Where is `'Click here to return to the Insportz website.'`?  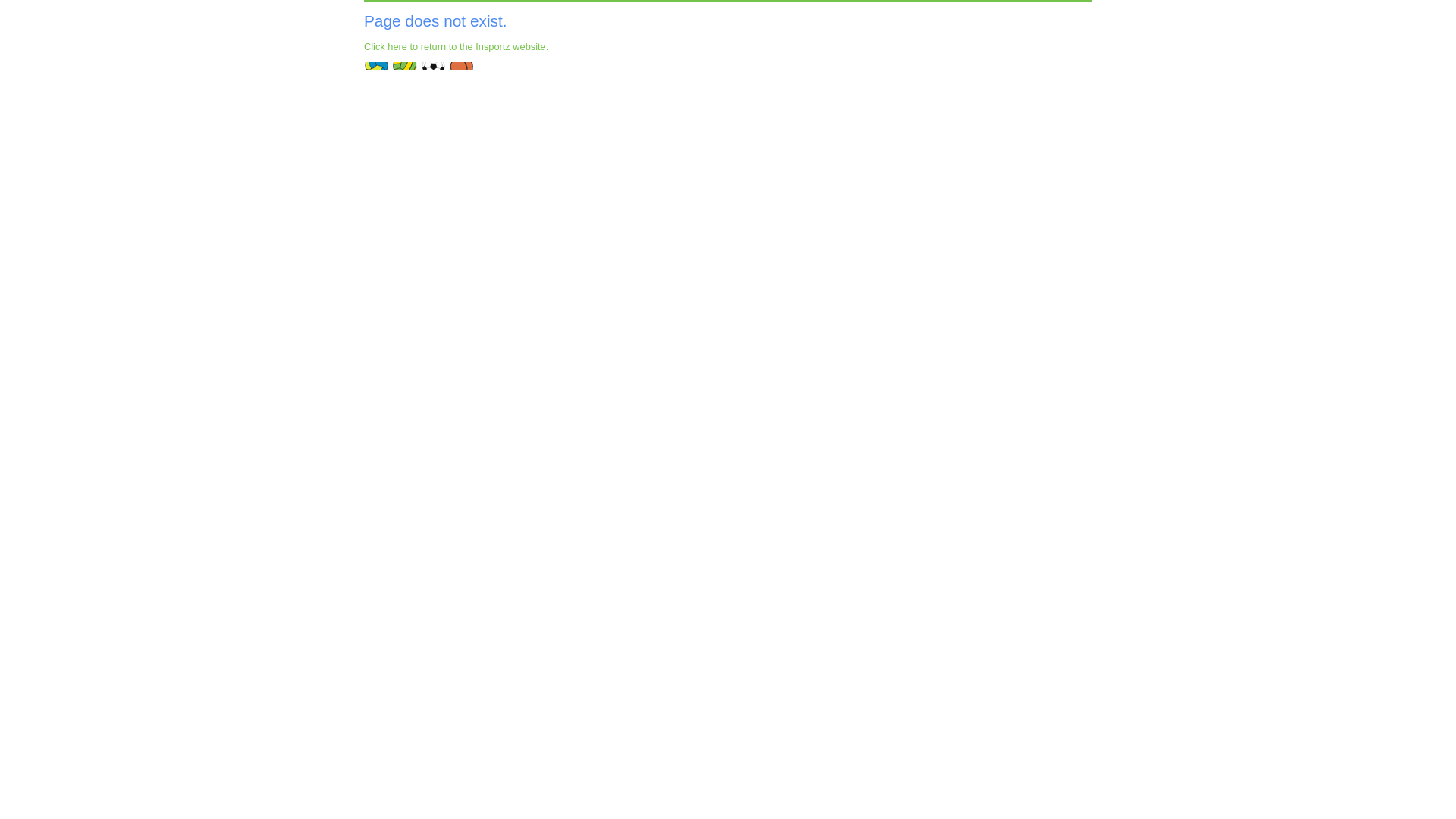 'Click here to return to the Insportz website.' is located at coordinates (455, 45).